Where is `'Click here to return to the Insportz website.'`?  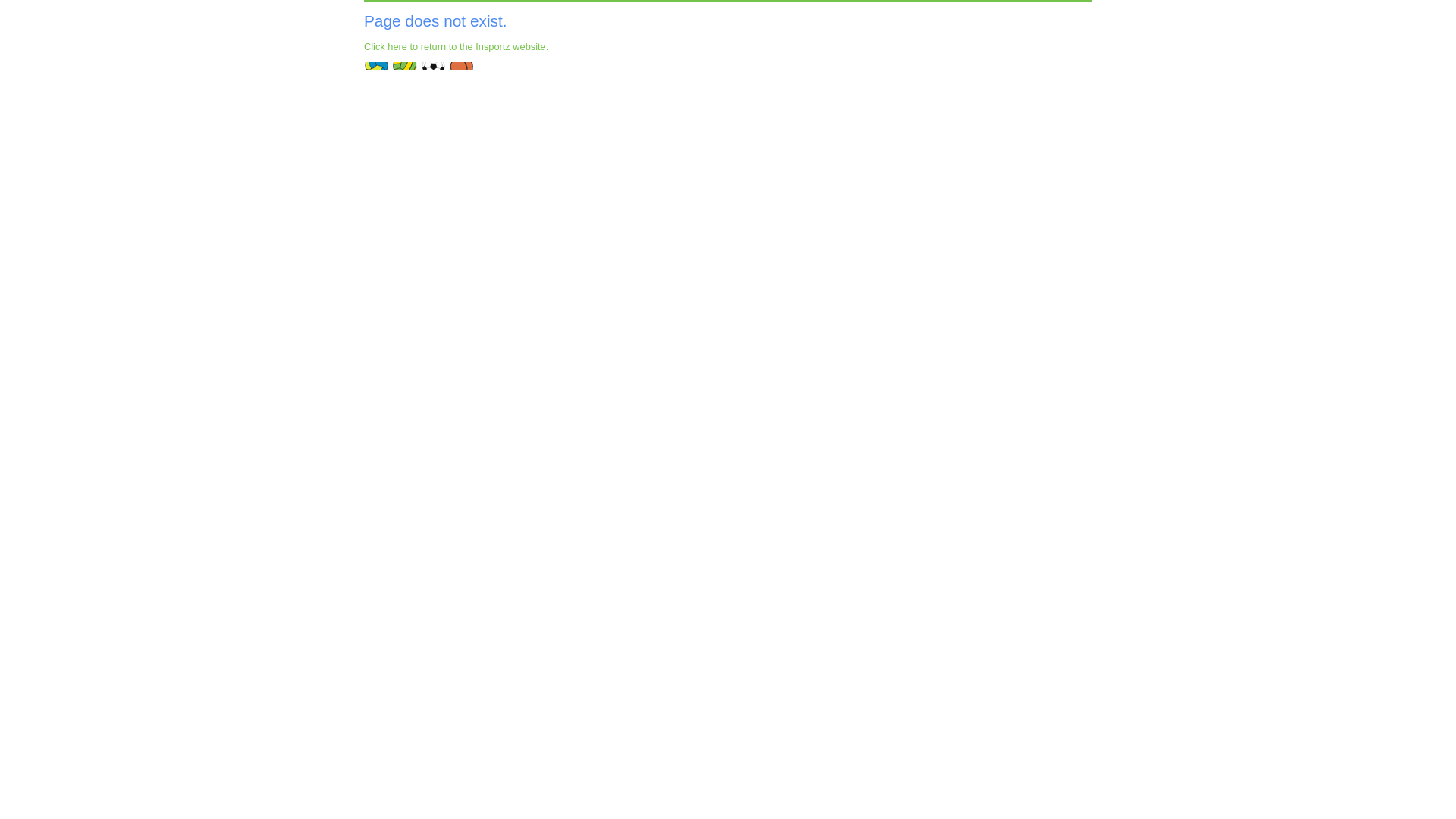 'Click here to return to the Insportz website.' is located at coordinates (455, 45).